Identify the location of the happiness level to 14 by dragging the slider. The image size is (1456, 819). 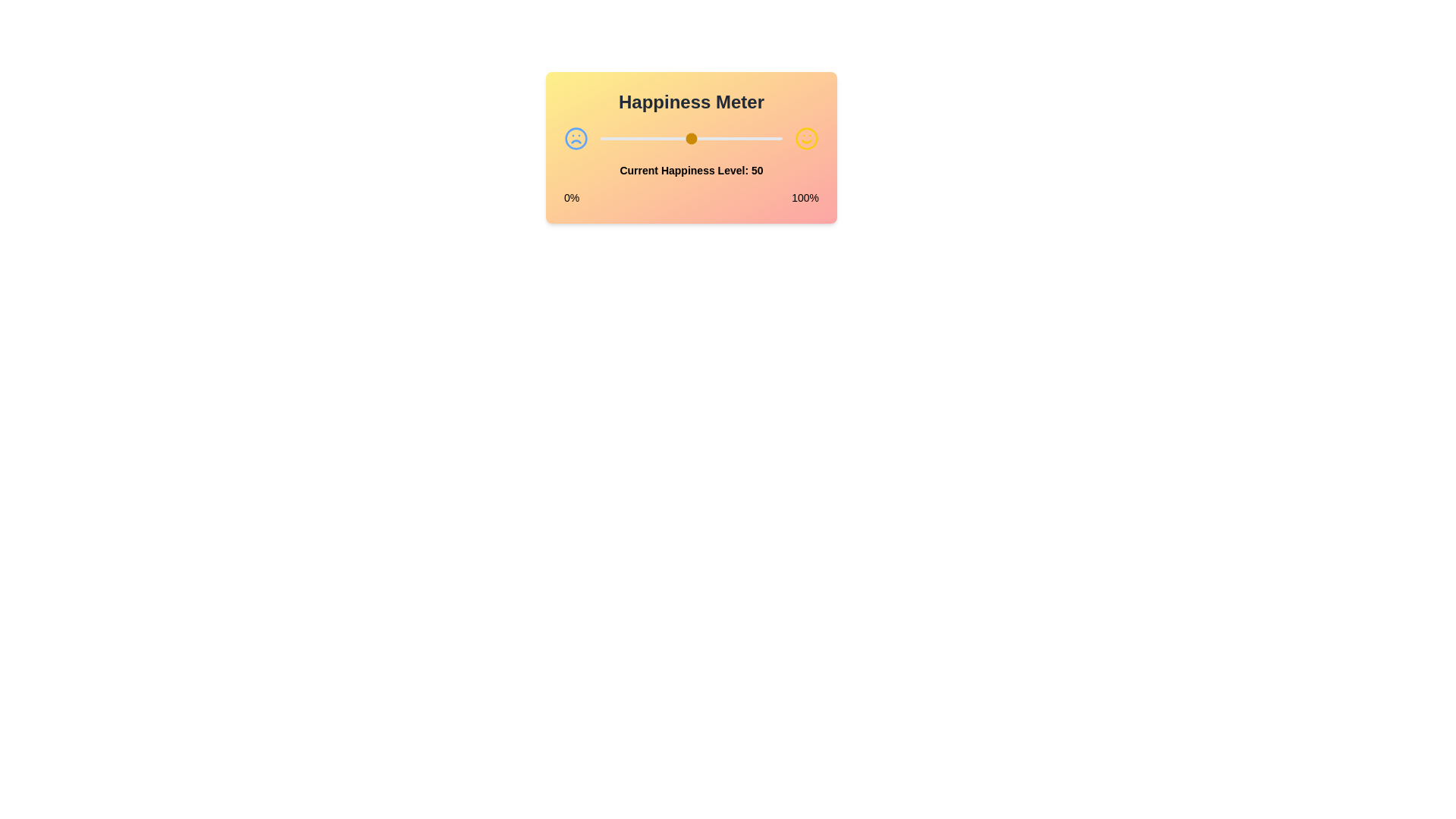
(626, 138).